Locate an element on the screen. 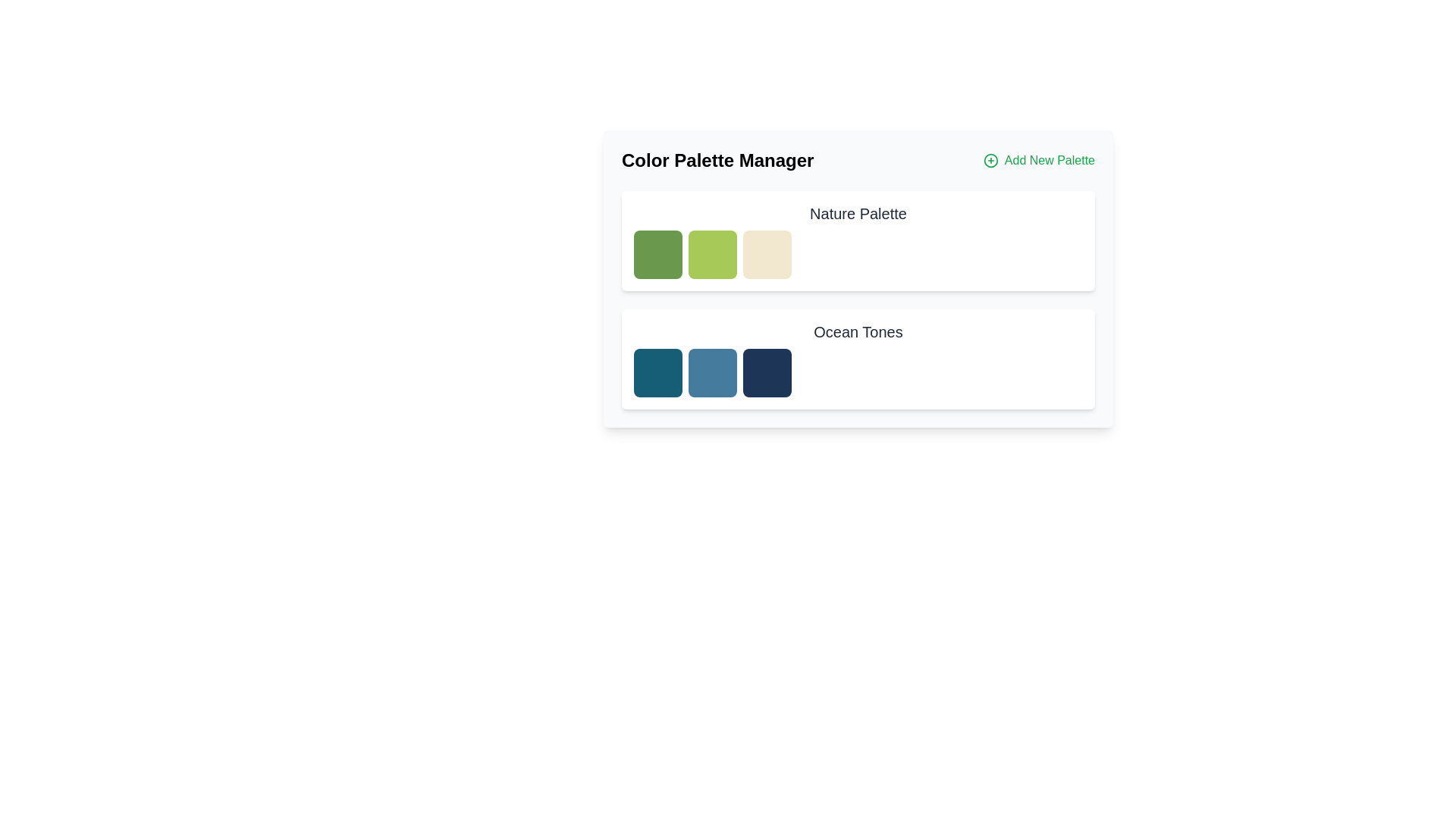 The image size is (1456, 819). the 'Ocean Tones' color palette card located is located at coordinates (858, 359).